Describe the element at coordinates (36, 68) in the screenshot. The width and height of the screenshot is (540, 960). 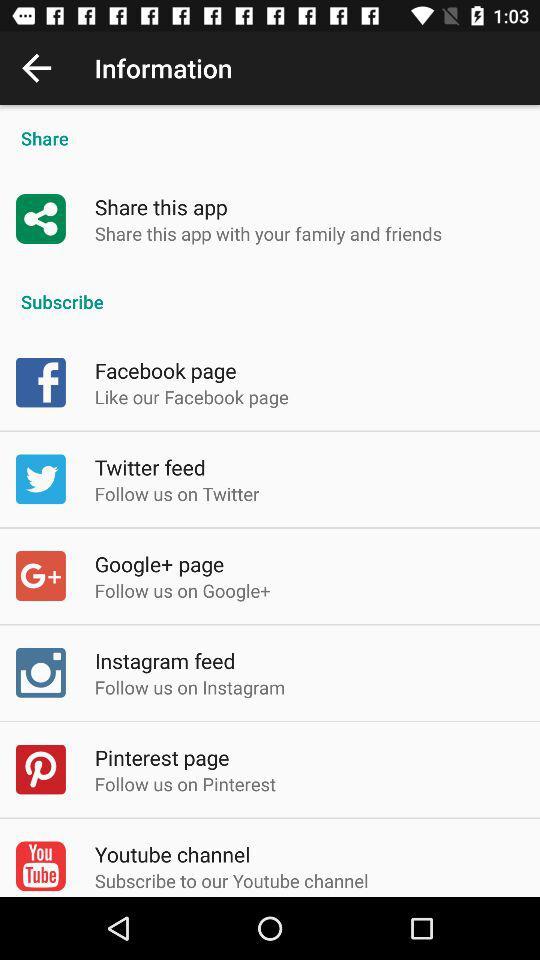
I see `go back` at that location.